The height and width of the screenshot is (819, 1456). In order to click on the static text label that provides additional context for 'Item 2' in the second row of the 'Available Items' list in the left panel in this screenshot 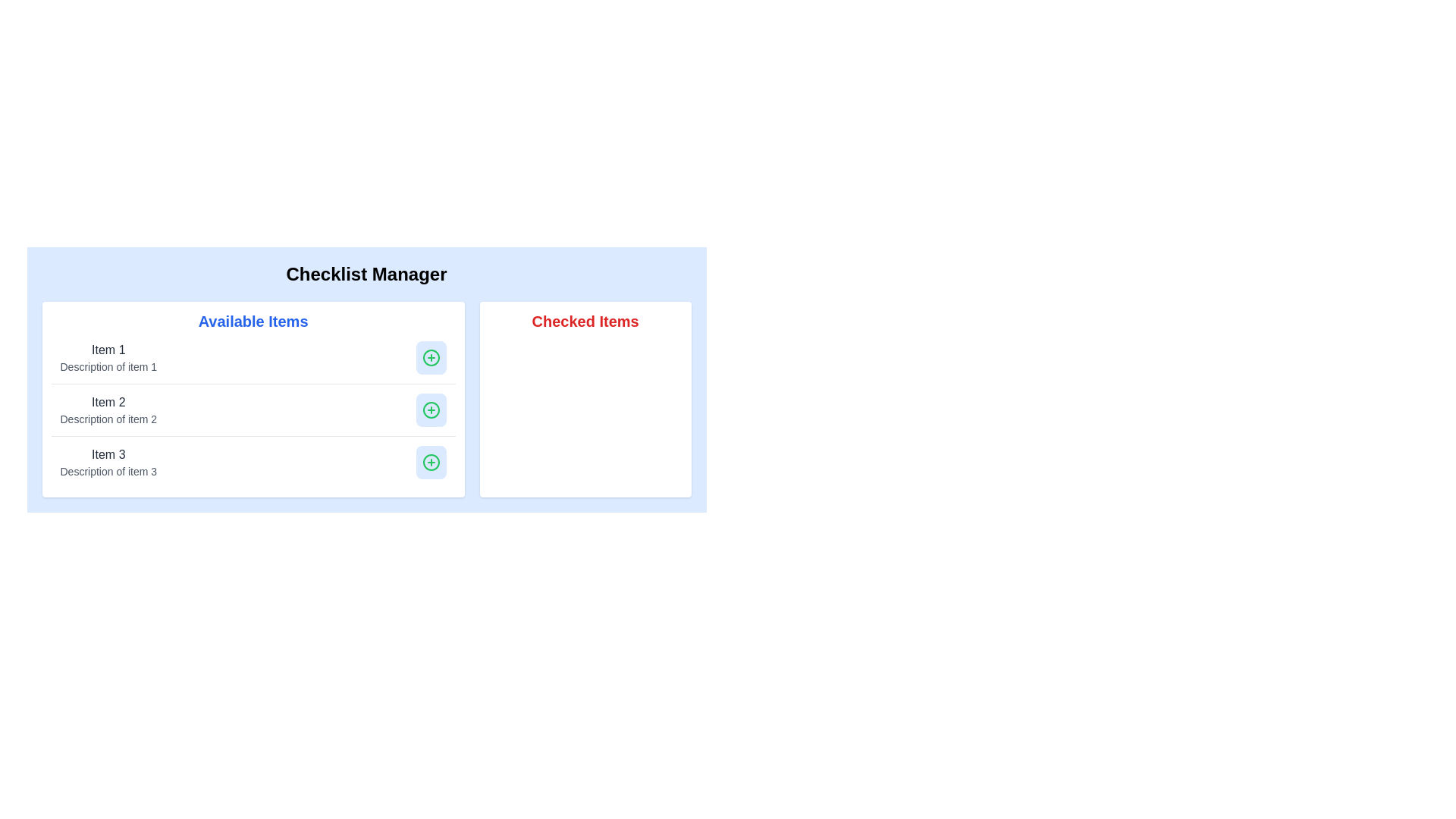, I will do `click(108, 419)`.